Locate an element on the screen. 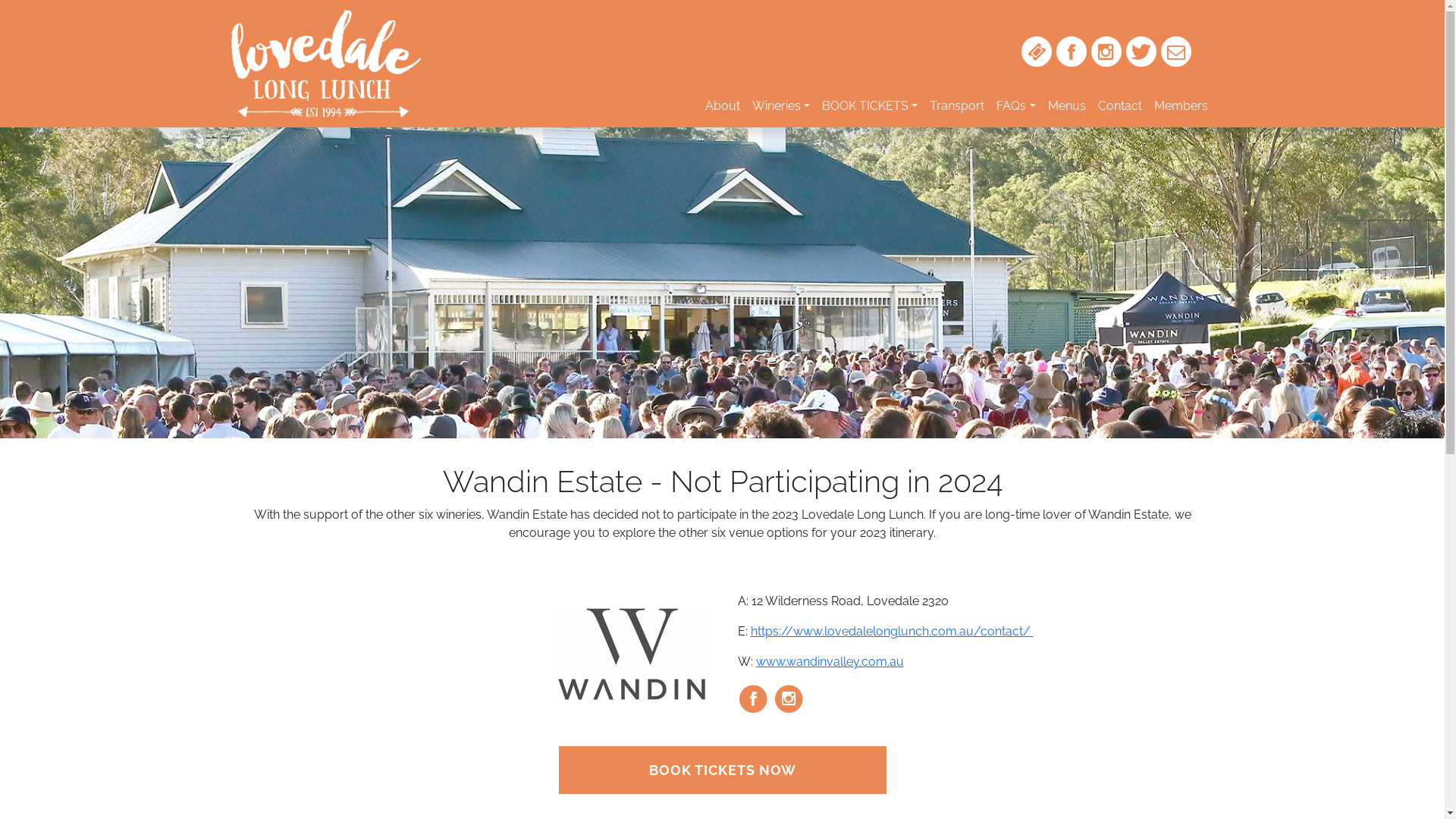 The width and height of the screenshot is (1456, 819). 'BOOK TICKETS NOW' is located at coordinates (720, 770).